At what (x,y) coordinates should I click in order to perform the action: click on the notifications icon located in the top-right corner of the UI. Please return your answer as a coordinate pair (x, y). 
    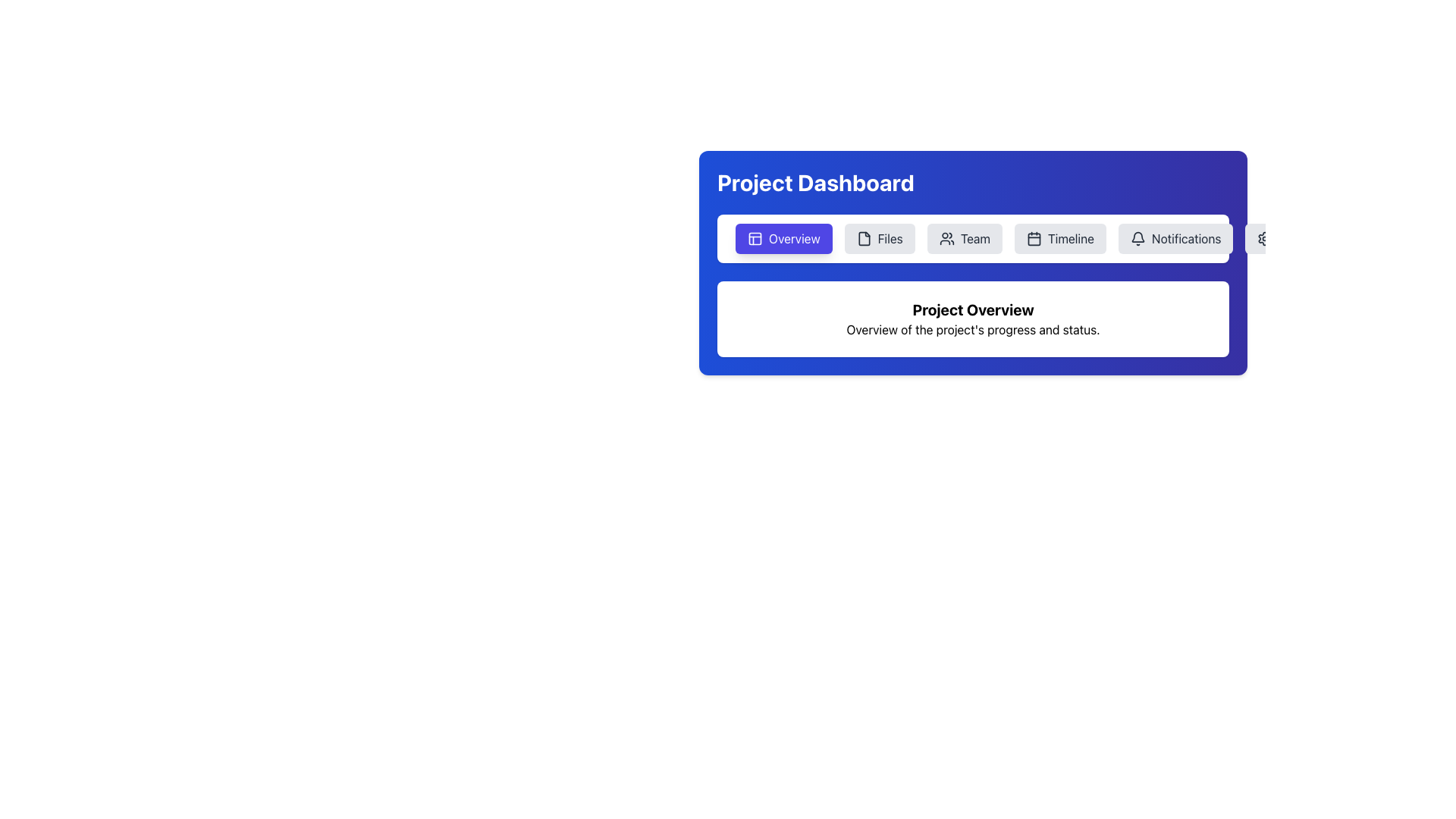
    Looking at the image, I should click on (1137, 237).